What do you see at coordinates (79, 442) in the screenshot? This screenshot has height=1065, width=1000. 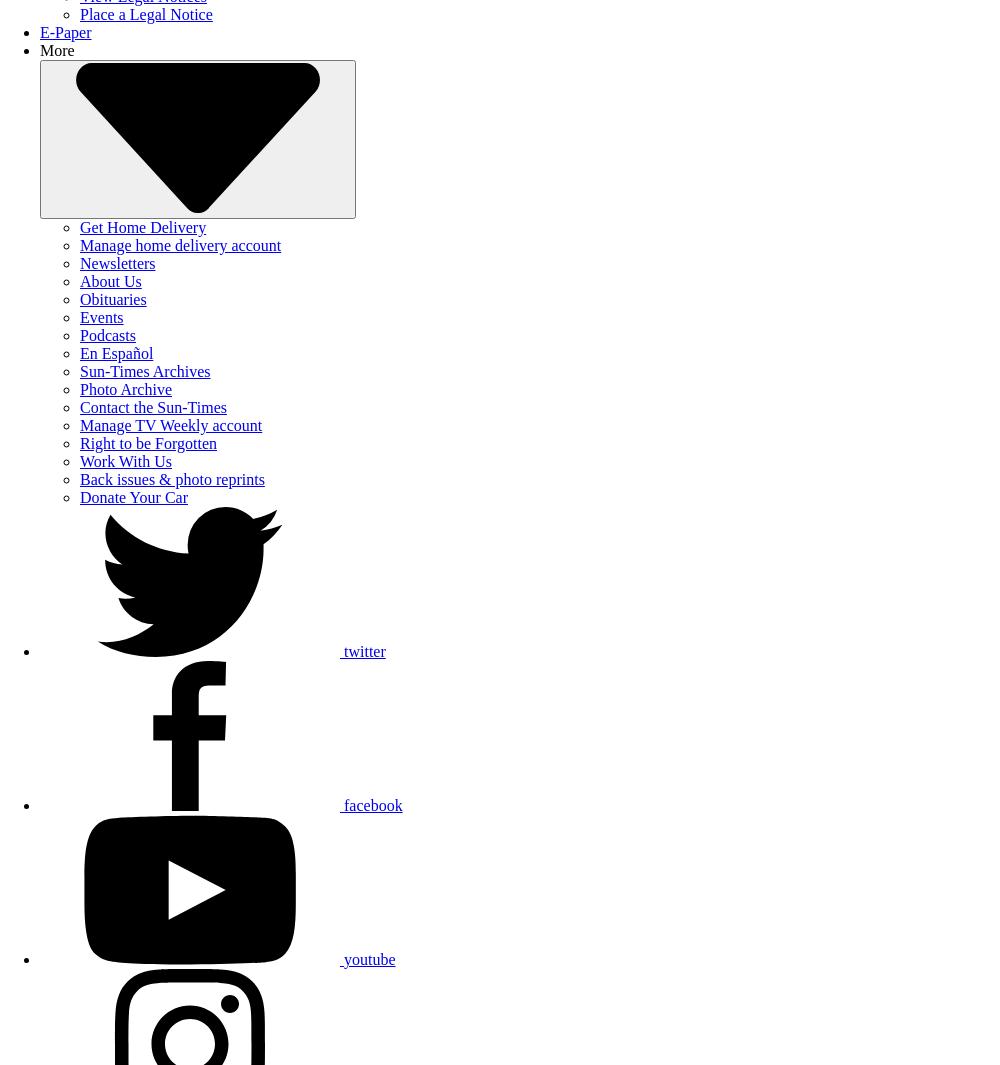 I see `'Right to be Forgotten'` at bounding box center [79, 442].